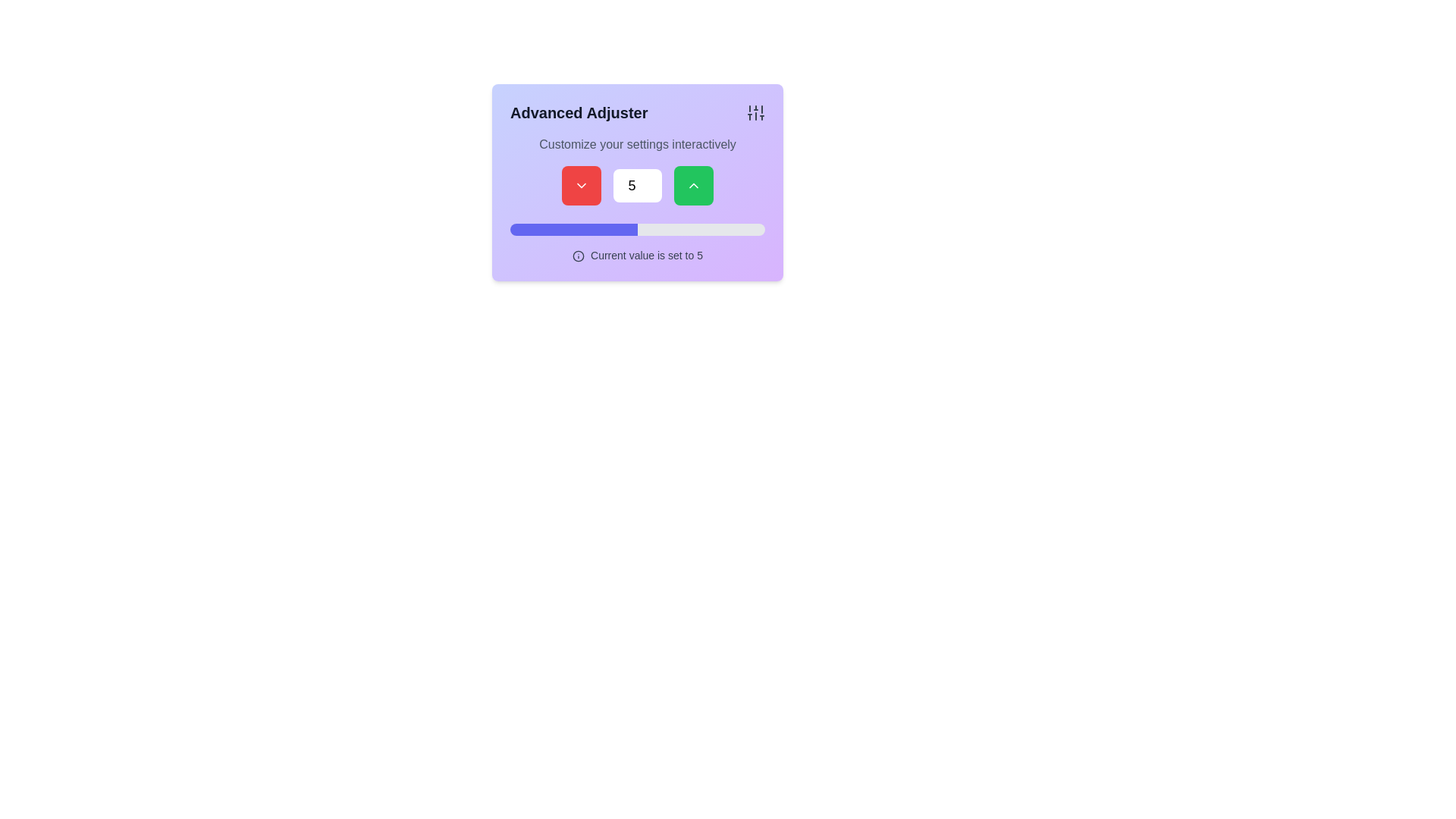 This screenshot has height=819, width=1456. I want to click on inside the white rectangular Numeric input field with a black numerical value '5' to focus on it, so click(637, 185).